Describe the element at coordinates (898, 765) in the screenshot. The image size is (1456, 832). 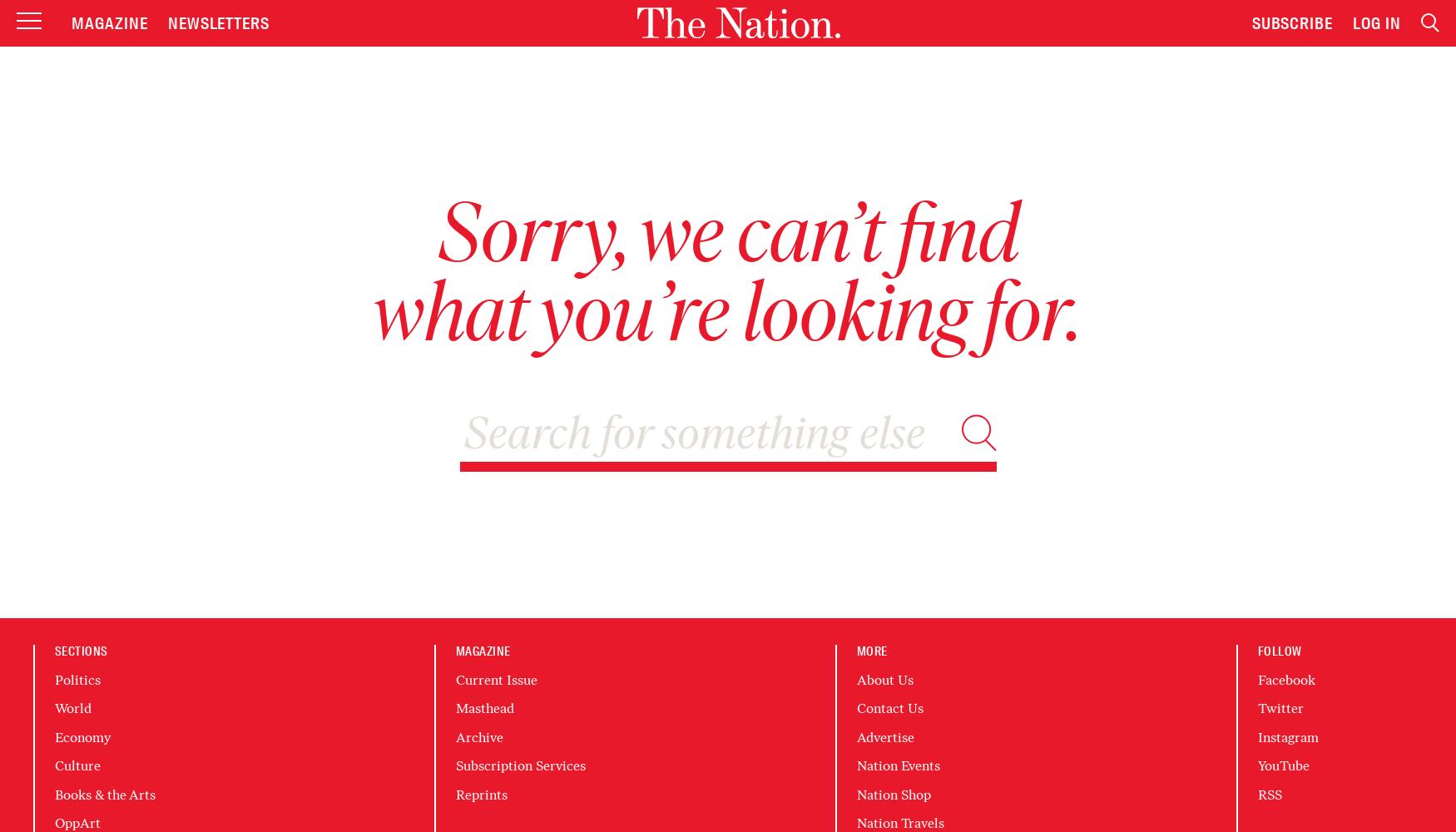
I see `'Nation Events'` at that location.